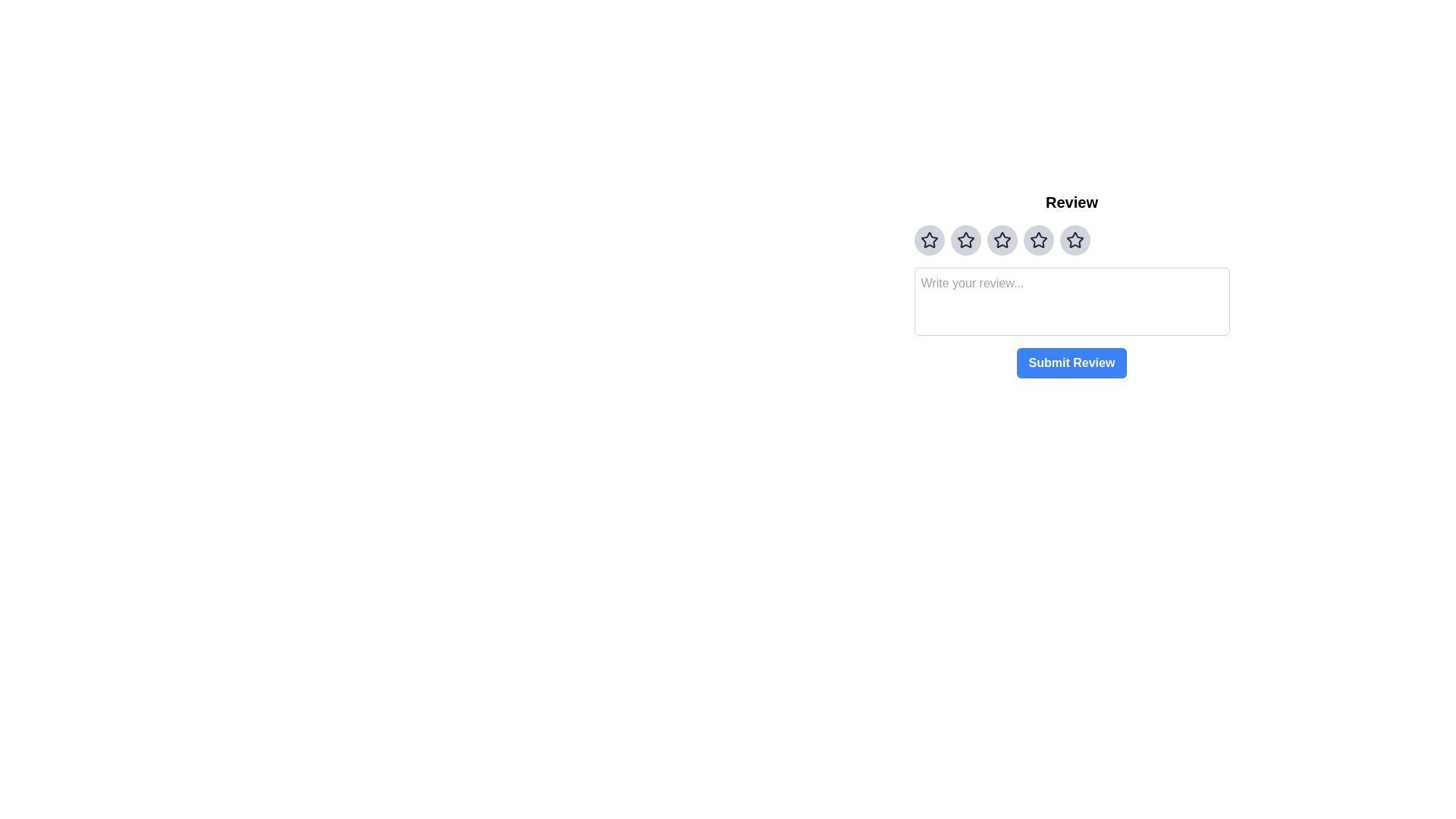 The image size is (1456, 819). Describe the element at coordinates (928, 239) in the screenshot. I see `the first star icon used for rating, located near the 'Review' label` at that location.